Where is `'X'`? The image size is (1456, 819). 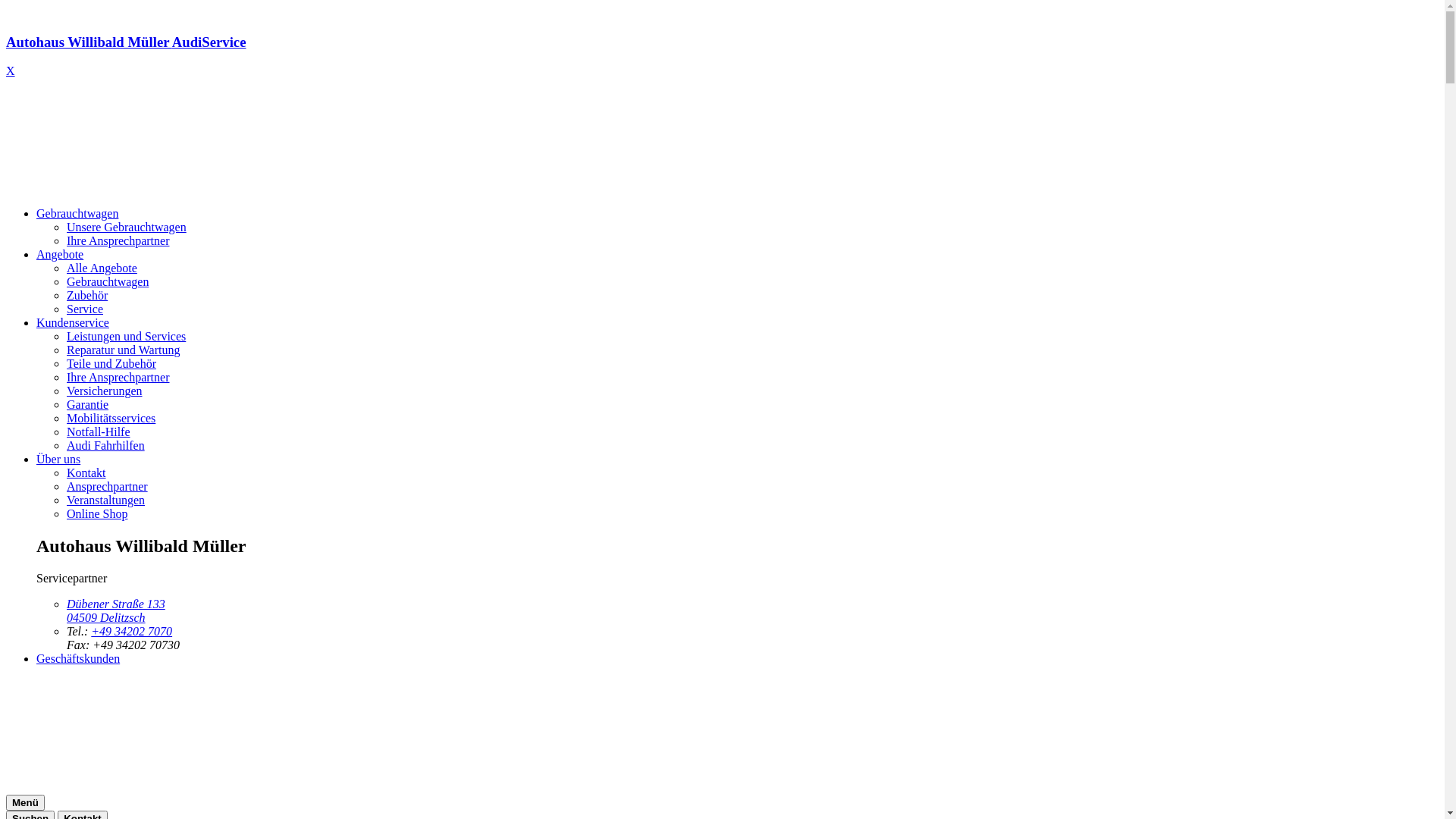
'X' is located at coordinates (11, 71).